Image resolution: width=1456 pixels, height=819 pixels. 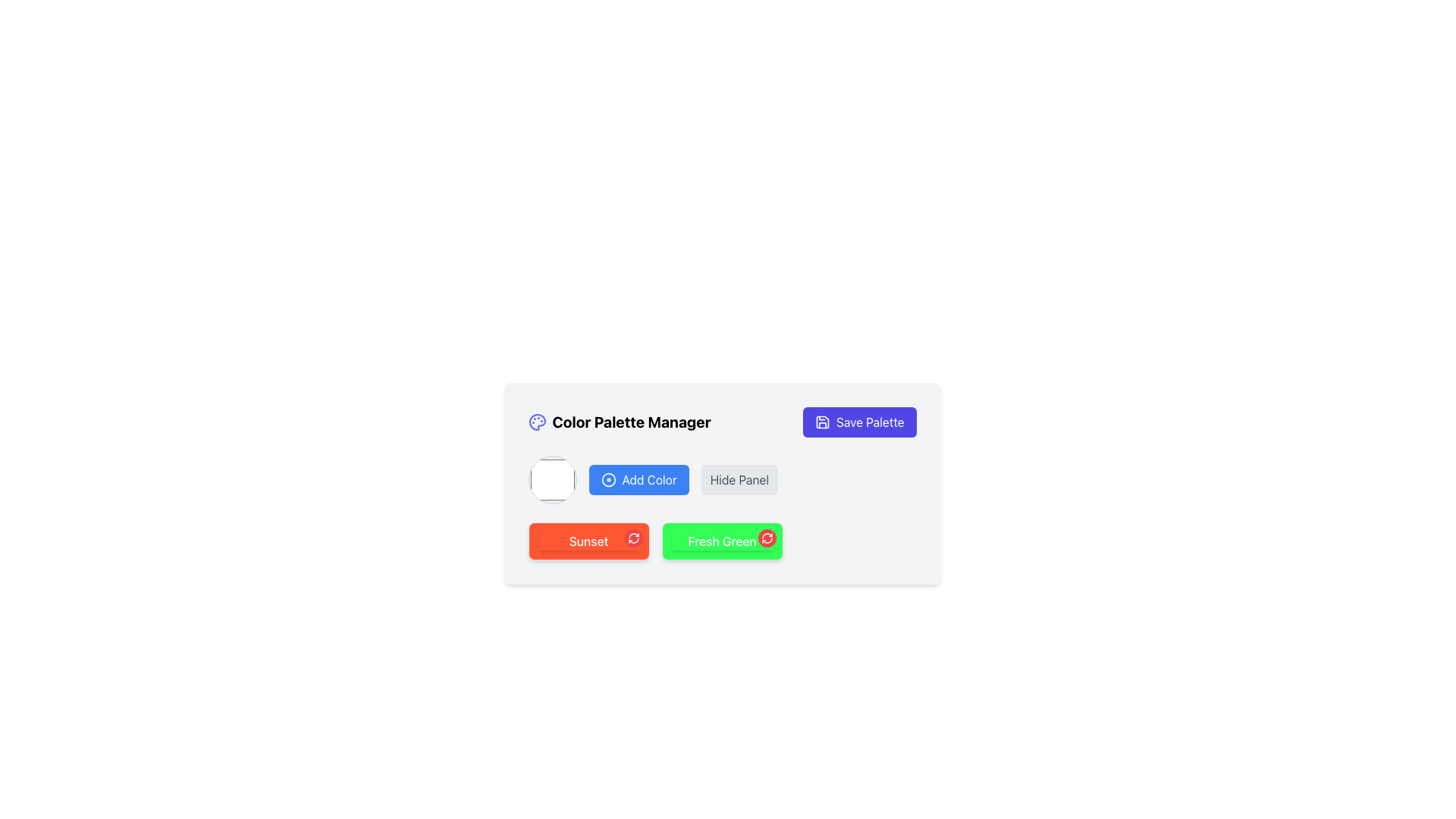 I want to click on the save icon located within the 'Save Palette' button at the top-right corner of the panel, so click(x=821, y=422).